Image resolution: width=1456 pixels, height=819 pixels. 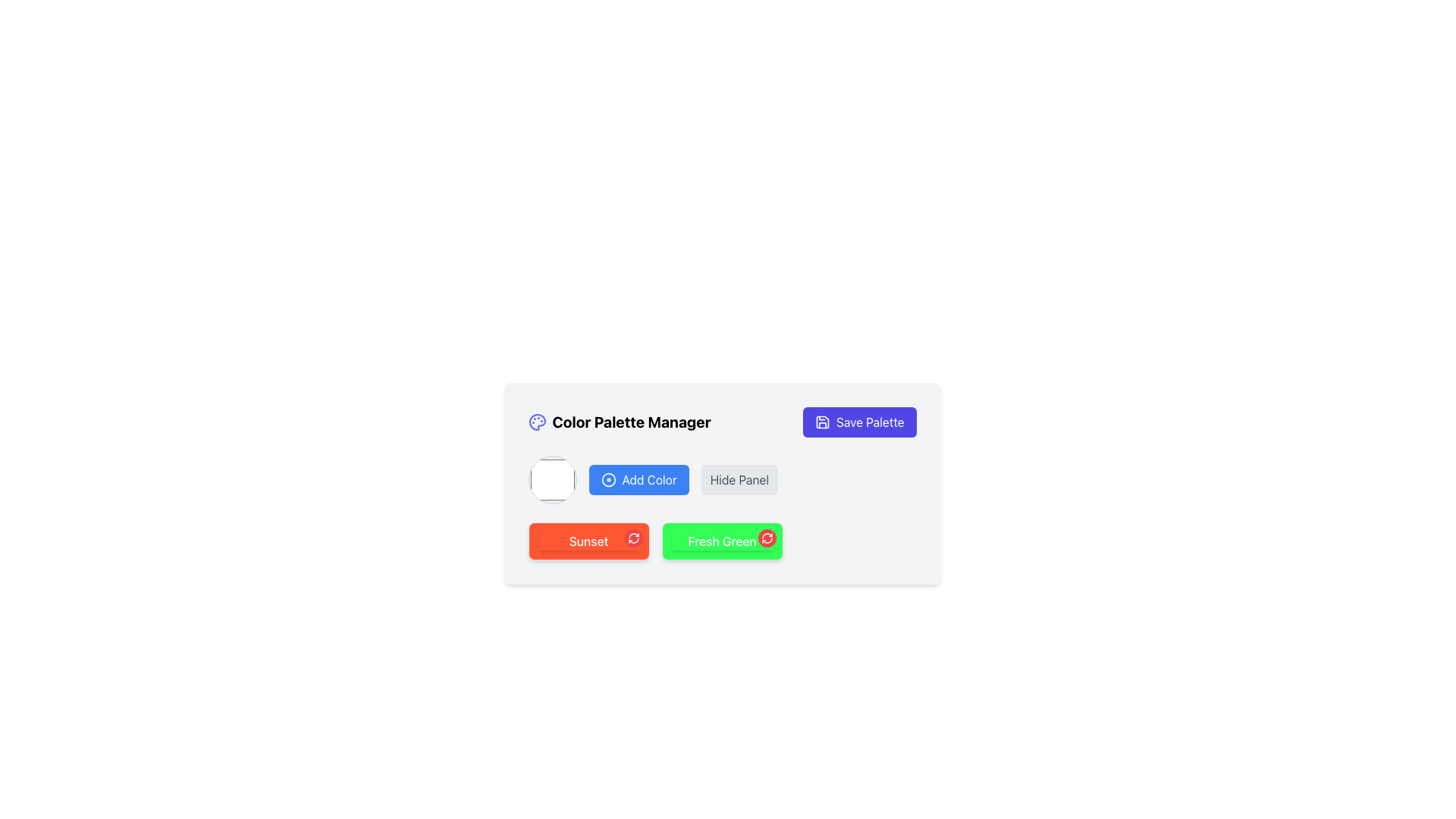 I want to click on the save icon located within the 'Save Palette' button at the top-right corner of the panel, so click(x=821, y=422).